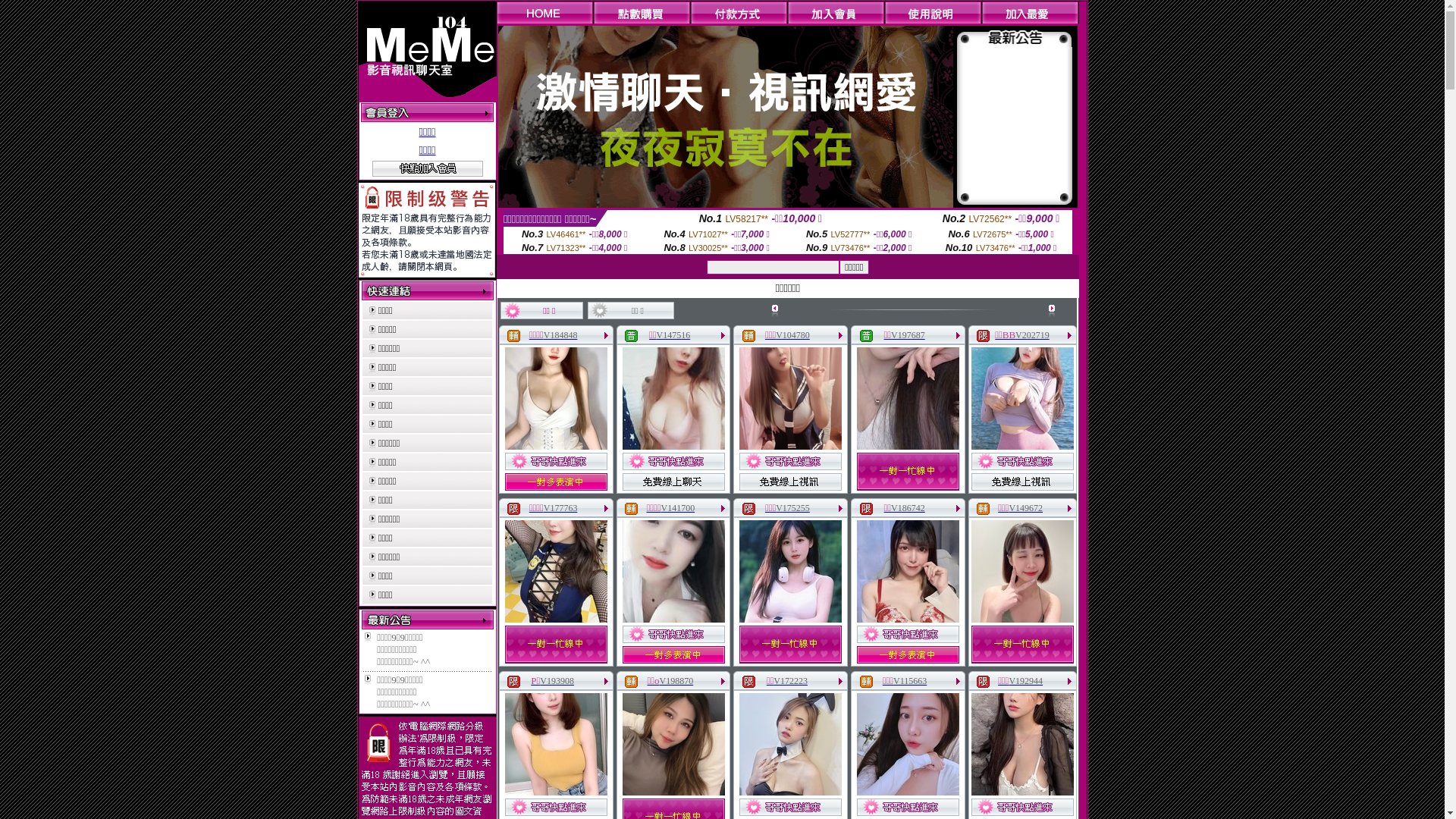 This screenshot has width=1456, height=819. What do you see at coordinates (676, 680) in the screenshot?
I see `'V198870'` at bounding box center [676, 680].